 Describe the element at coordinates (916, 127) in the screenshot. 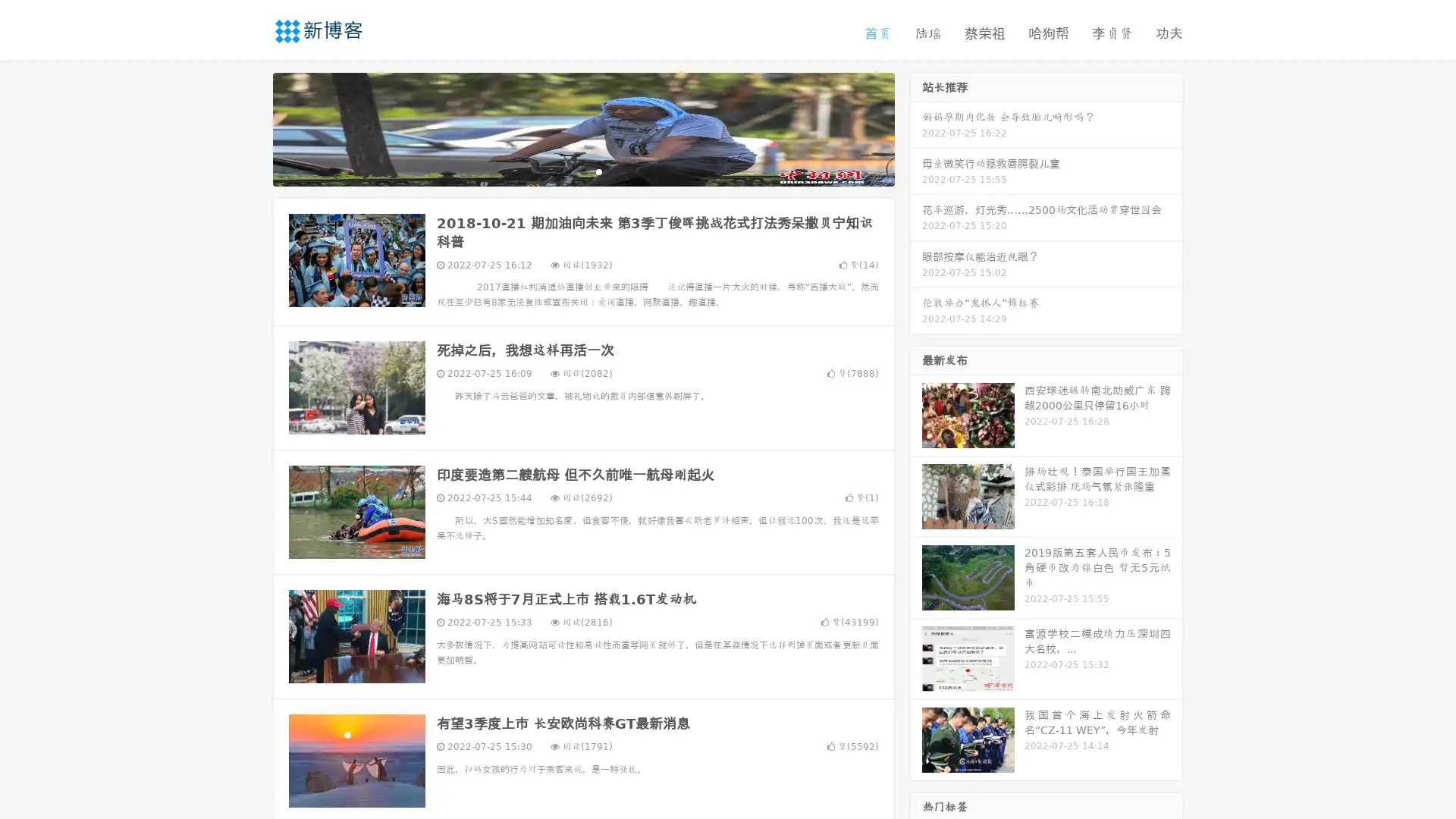

I see `Next slide` at that location.